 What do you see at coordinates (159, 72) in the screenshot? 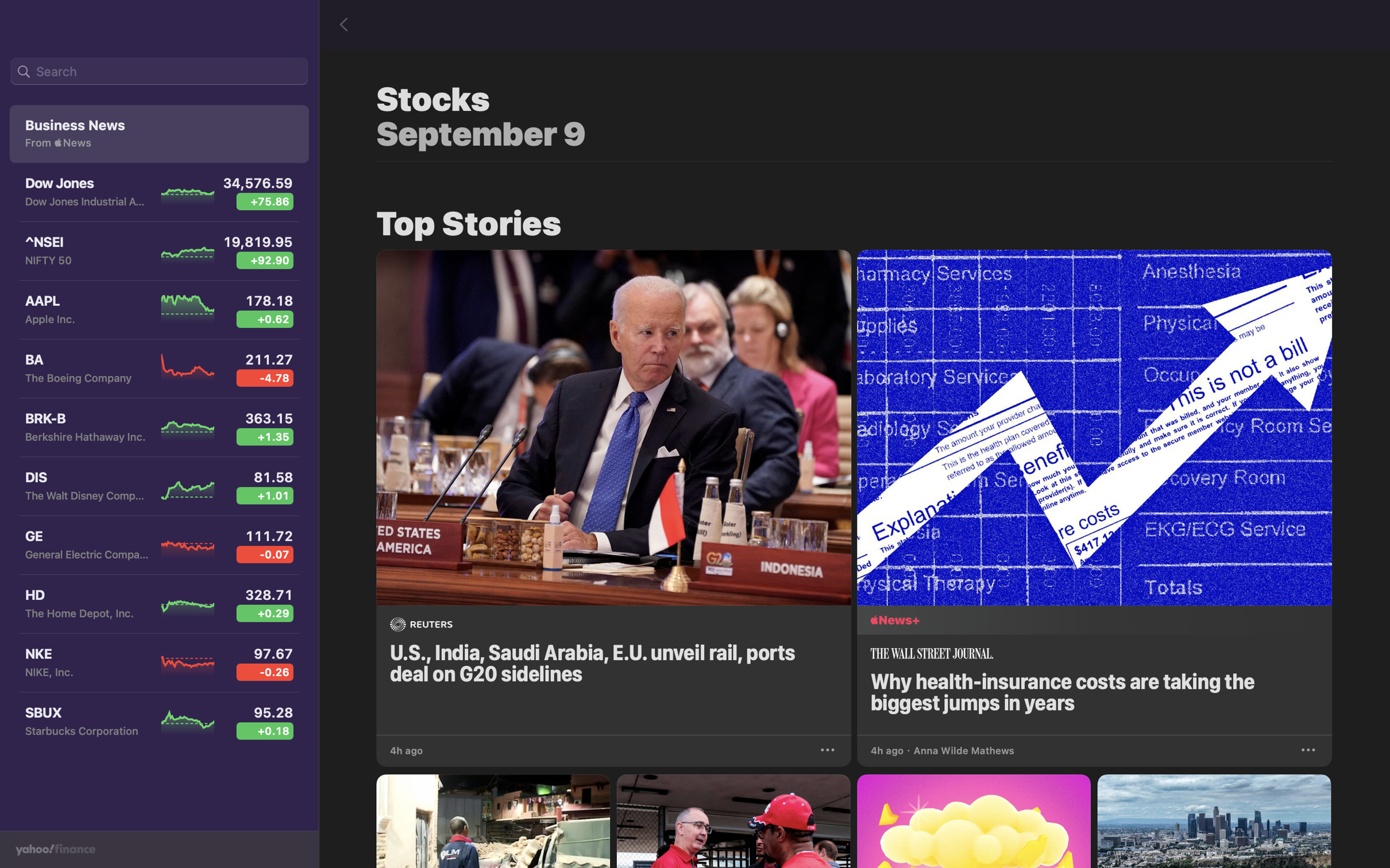
I see `Search for the "Starbucks Corporation" stock in the bar on top left` at bounding box center [159, 72].